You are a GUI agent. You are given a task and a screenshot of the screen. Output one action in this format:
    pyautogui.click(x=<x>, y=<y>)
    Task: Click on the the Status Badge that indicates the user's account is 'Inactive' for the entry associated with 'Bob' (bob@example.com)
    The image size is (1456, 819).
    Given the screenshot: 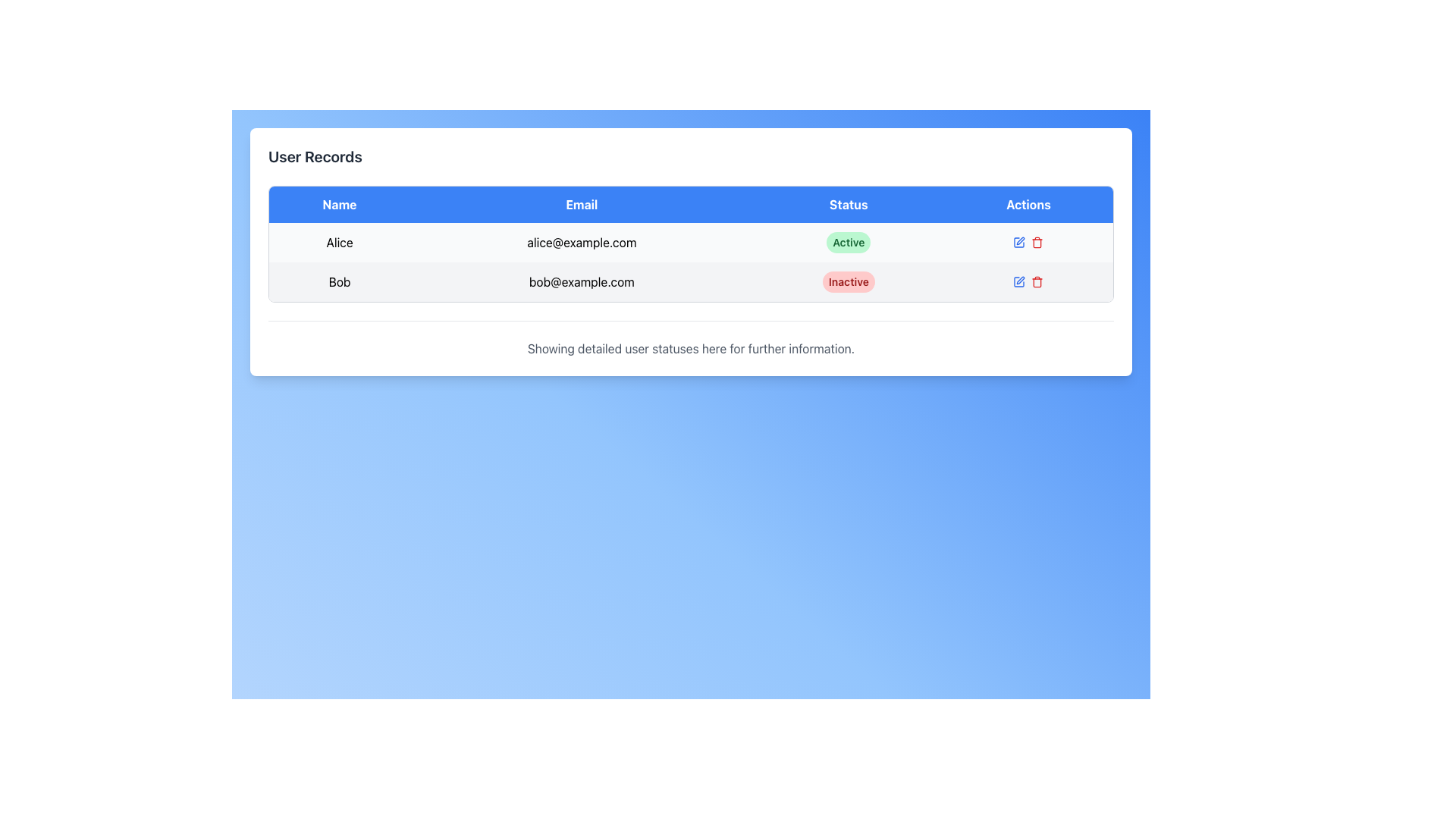 What is the action you would take?
    pyautogui.click(x=848, y=281)
    